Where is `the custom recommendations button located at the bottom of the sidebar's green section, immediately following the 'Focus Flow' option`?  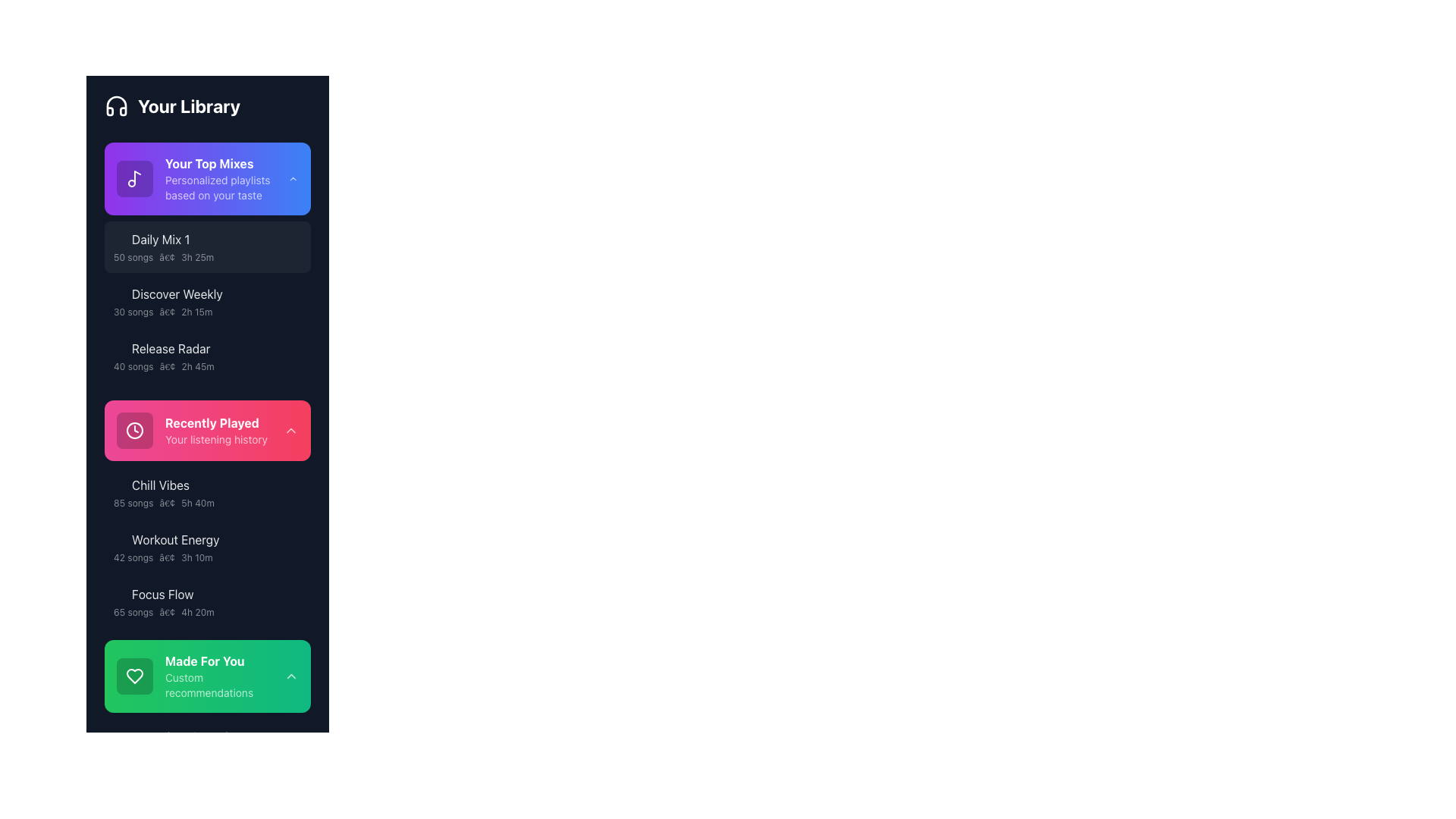
the custom recommendations button located at the bottom of the sidebar's green section, immediately following the 'Focus Flow' option is located at coordinates (199, 675).